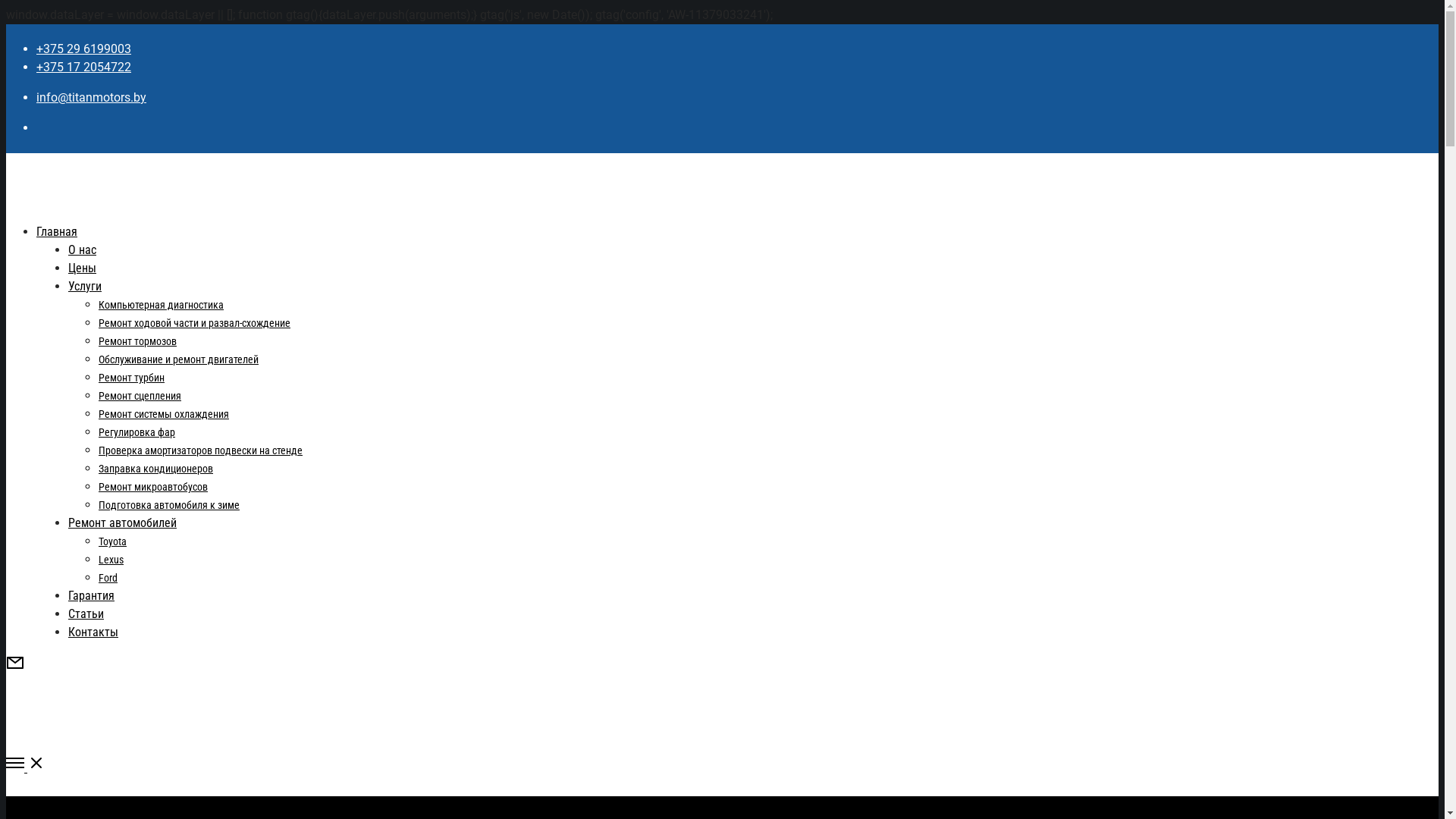 This screenshot has width=1456, height=819. What do you see at coordinates (14, 667) in the screenshot?
I see `'Toggle form modal'` at bounding box center [14, 667].